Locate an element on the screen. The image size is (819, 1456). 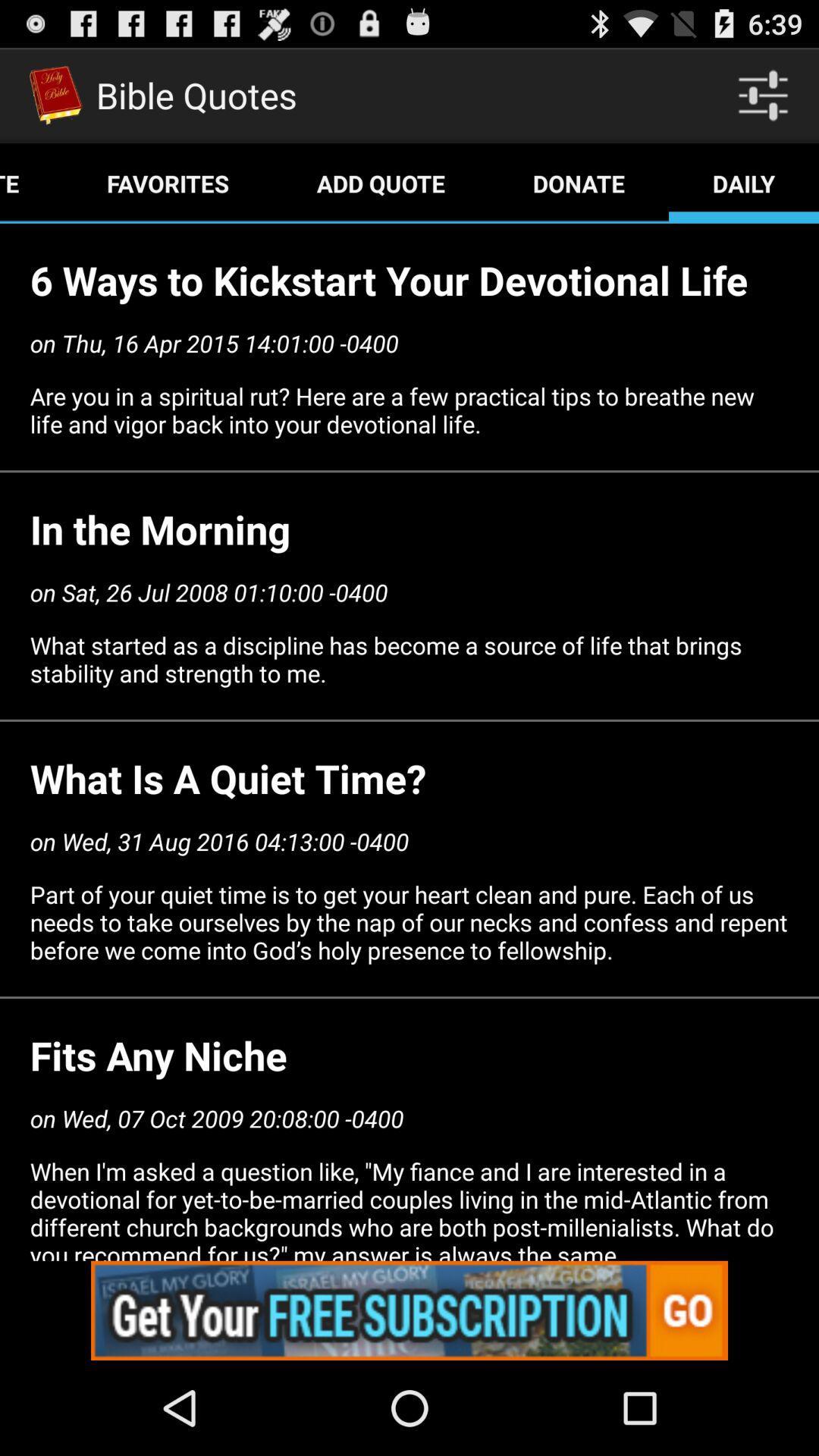
open advertisement is located at coordinates (409, 1310).